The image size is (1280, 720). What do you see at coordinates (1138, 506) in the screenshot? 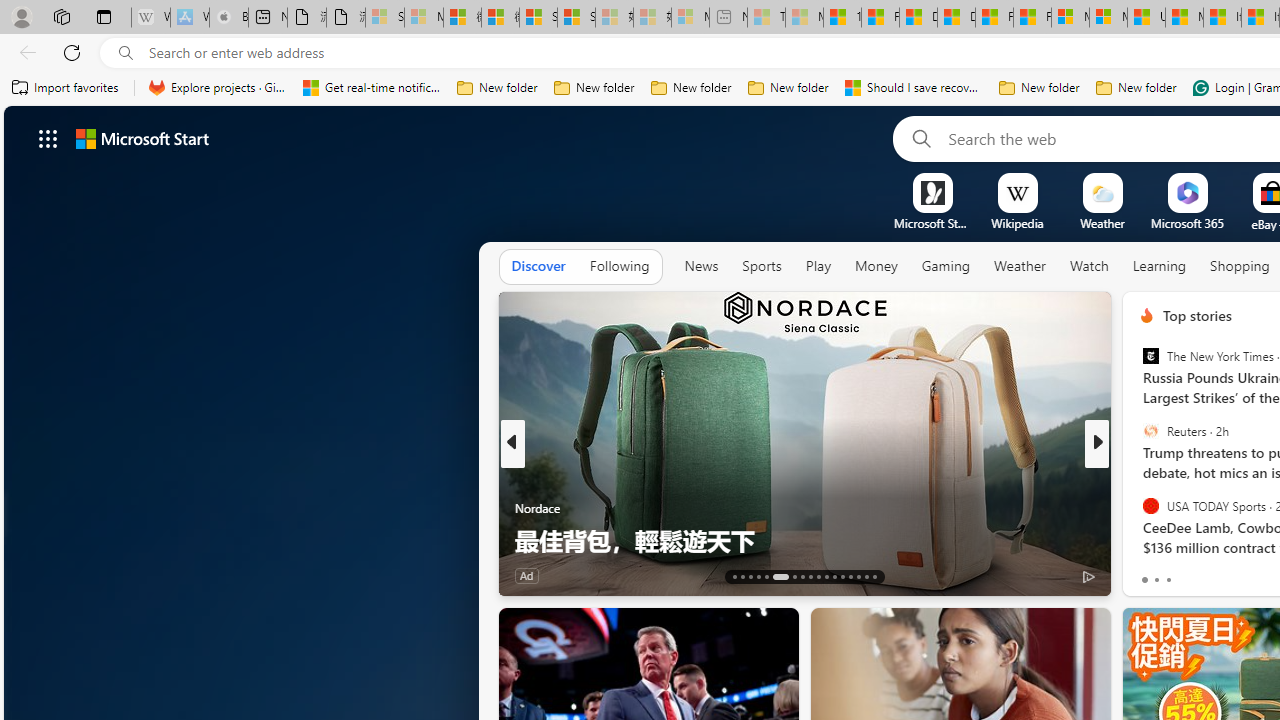
I see `'Hey She Thrives'` at bounding box center [1138, 506].